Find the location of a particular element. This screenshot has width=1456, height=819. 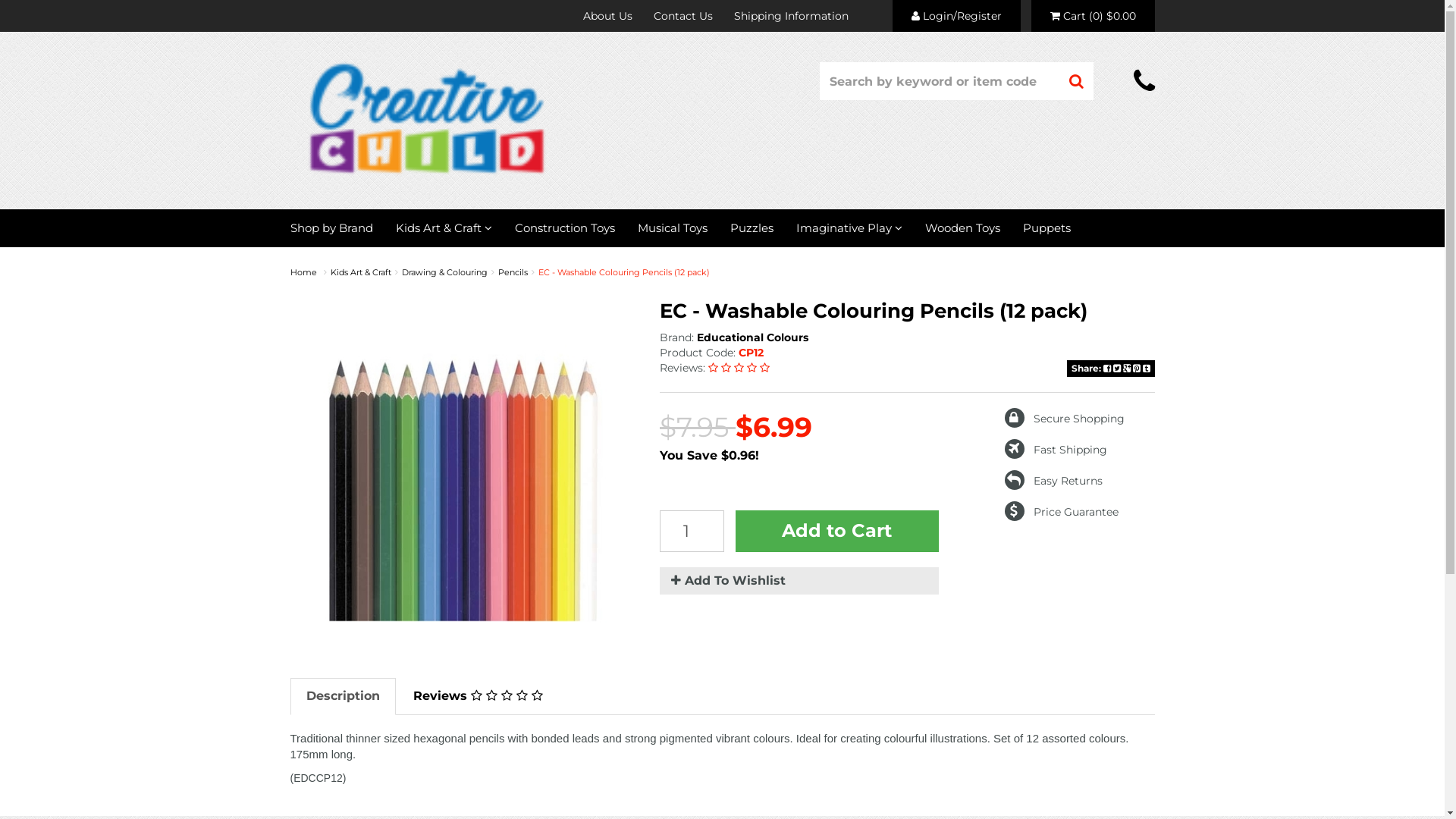

' Fast Shipping' is located at coordinates (1055, 449).